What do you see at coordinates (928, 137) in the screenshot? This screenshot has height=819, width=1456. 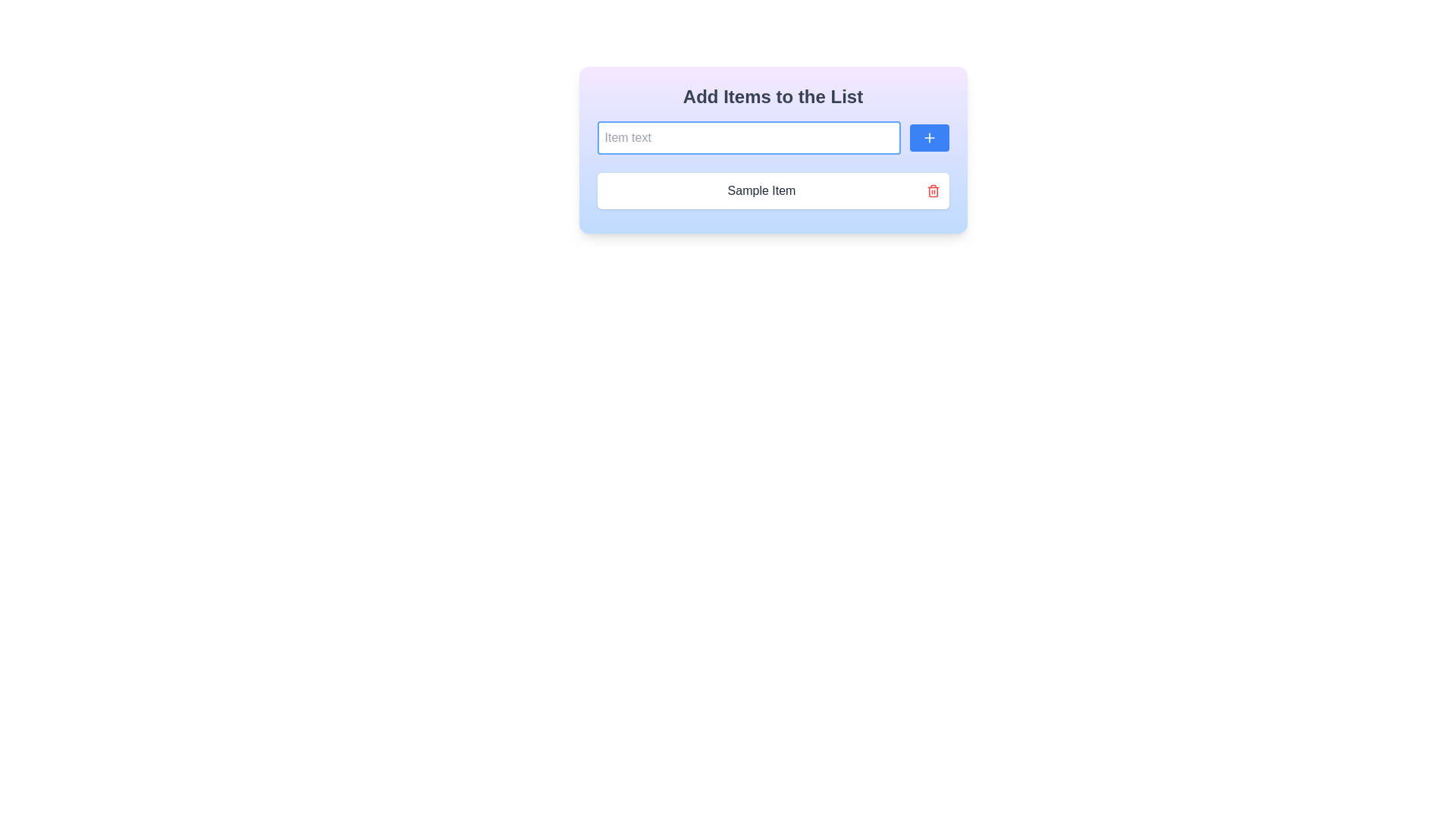 I see `the '+' icon button located on the right side of the 'Item text' input field within the 'Add Items to the List' section` at bounding box center [928, 137].